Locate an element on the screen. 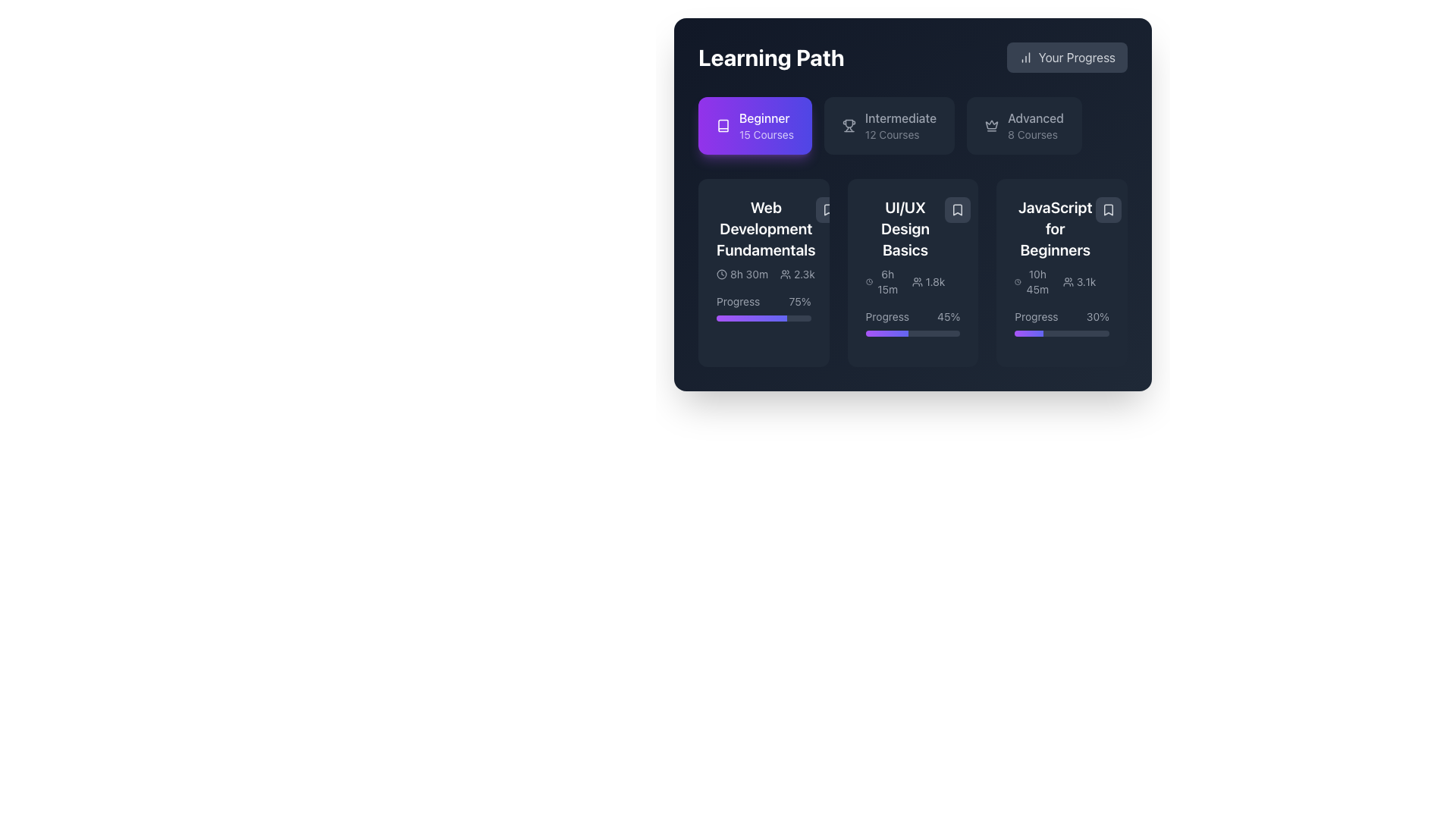 The height and width of the screenshot is (819, 1456). the informational UI component displaying the course title 'JavaScript for Beginners', which is located in the third card of the grid layout under the 'Beginner' section is located at coordinates (1054, 246).